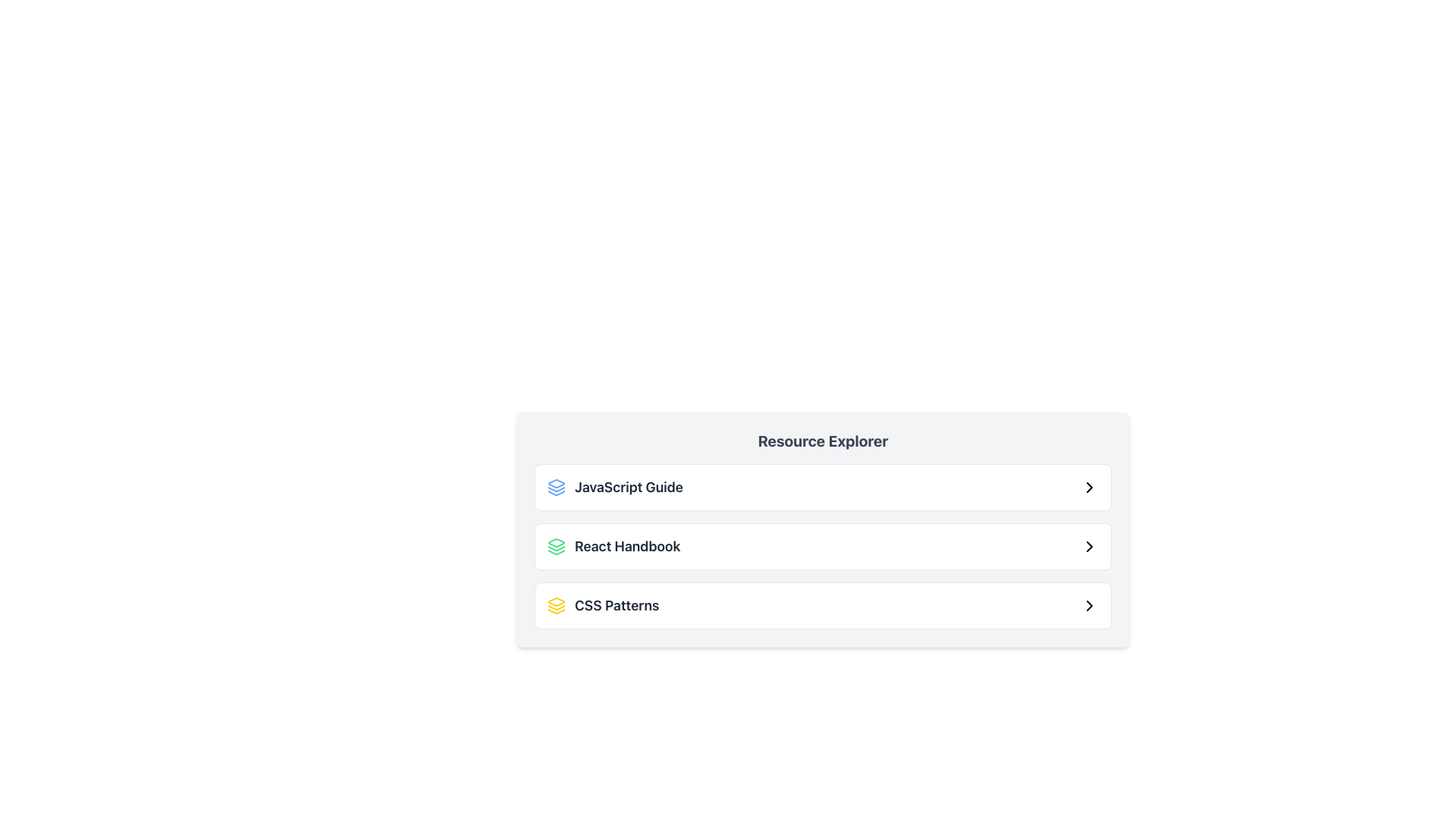 The width and height of the screenshot is (1456, 819). Describe the element at coordinates (615, 488) in the screenshot. I see `the 'JavaScript Guide' element, which consists of a blue outlined icon of a stack of layers and a bold dark text label, to initiate navigation` at that location.